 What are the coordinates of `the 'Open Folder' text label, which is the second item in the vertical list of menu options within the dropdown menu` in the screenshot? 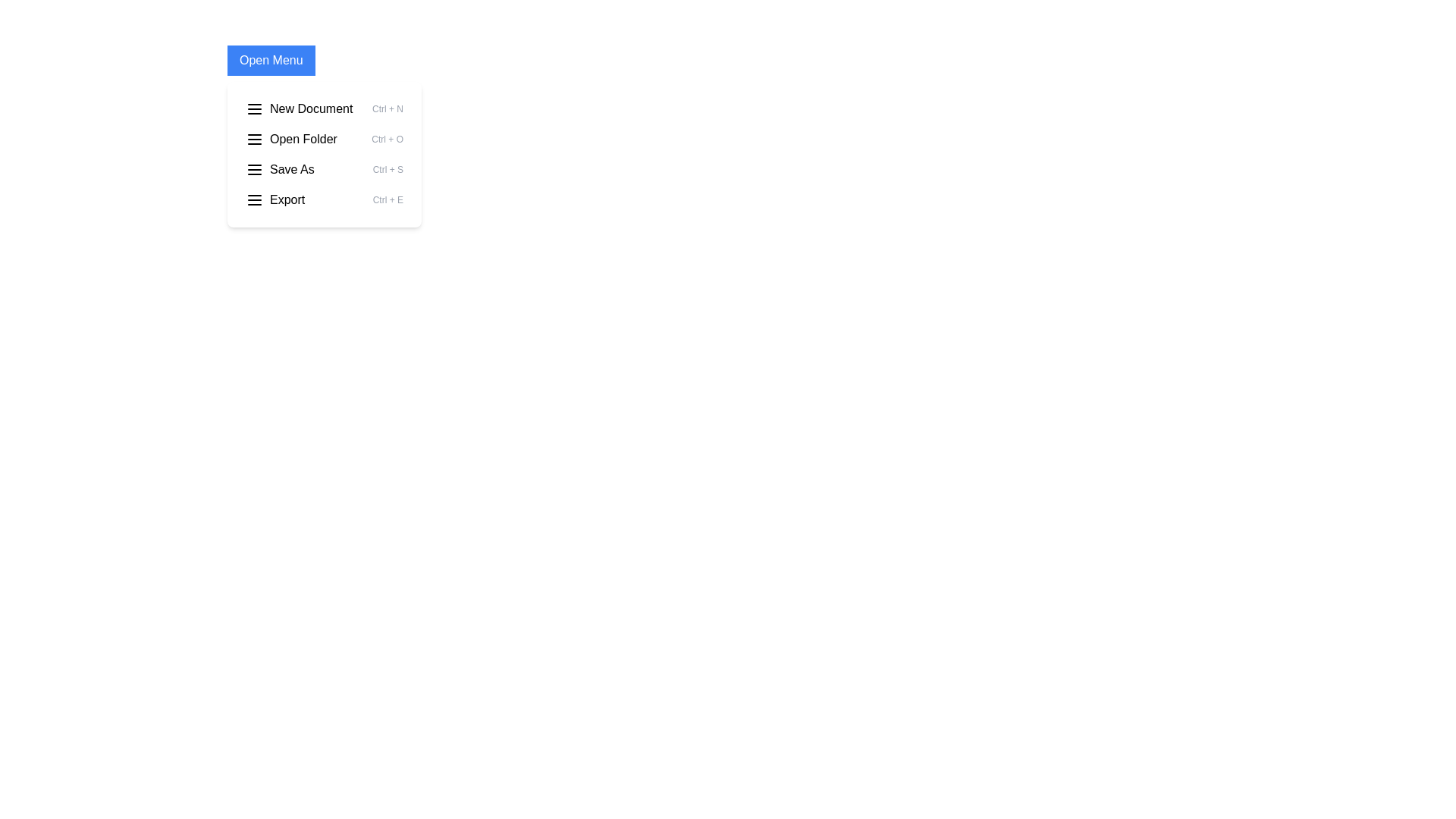 It's located at (291, 140).